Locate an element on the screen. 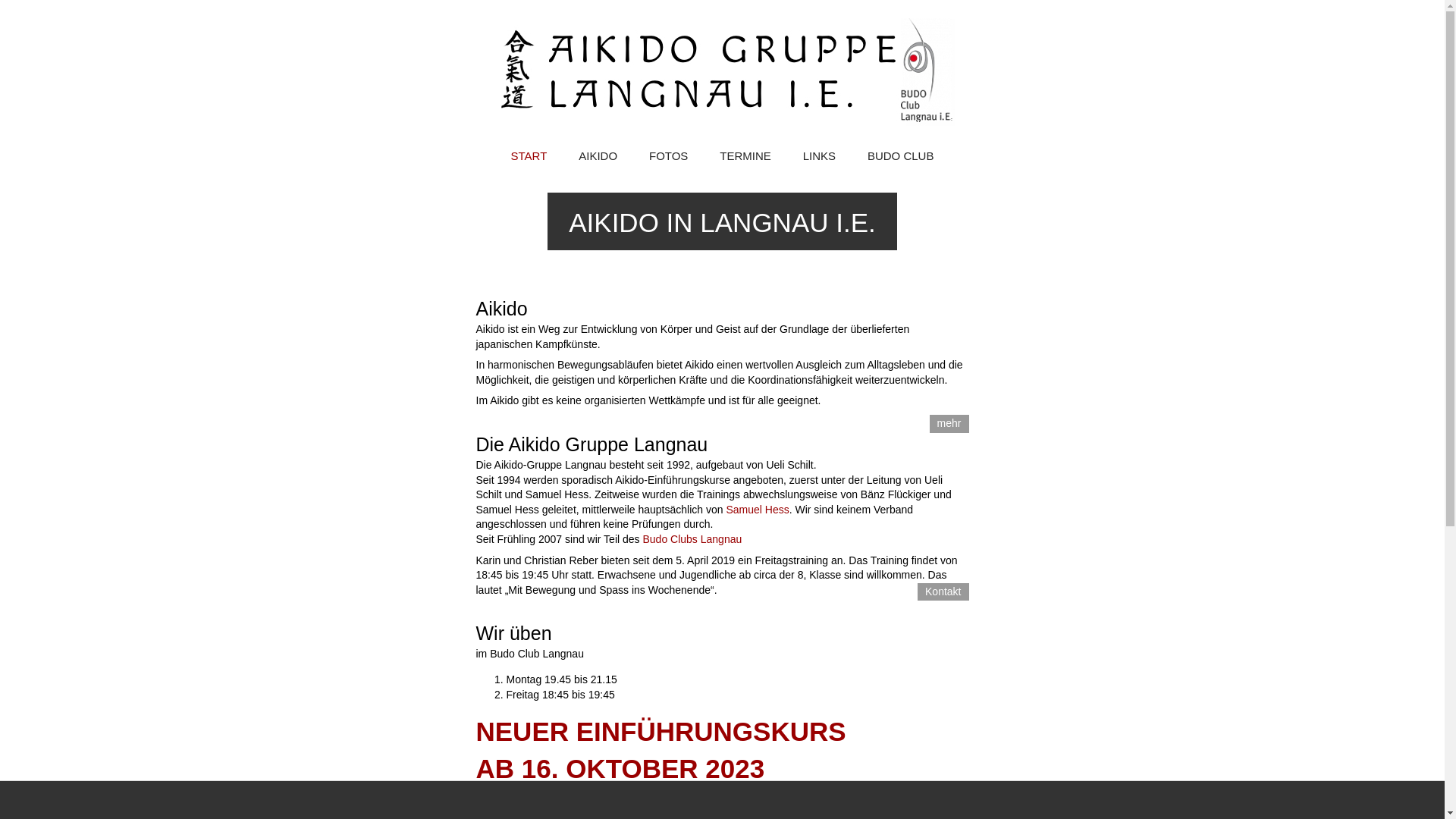 Image resolution: width=1456 pixels, height=819 pixels. 'AIKIDO' is located at coordinates (597, 157).